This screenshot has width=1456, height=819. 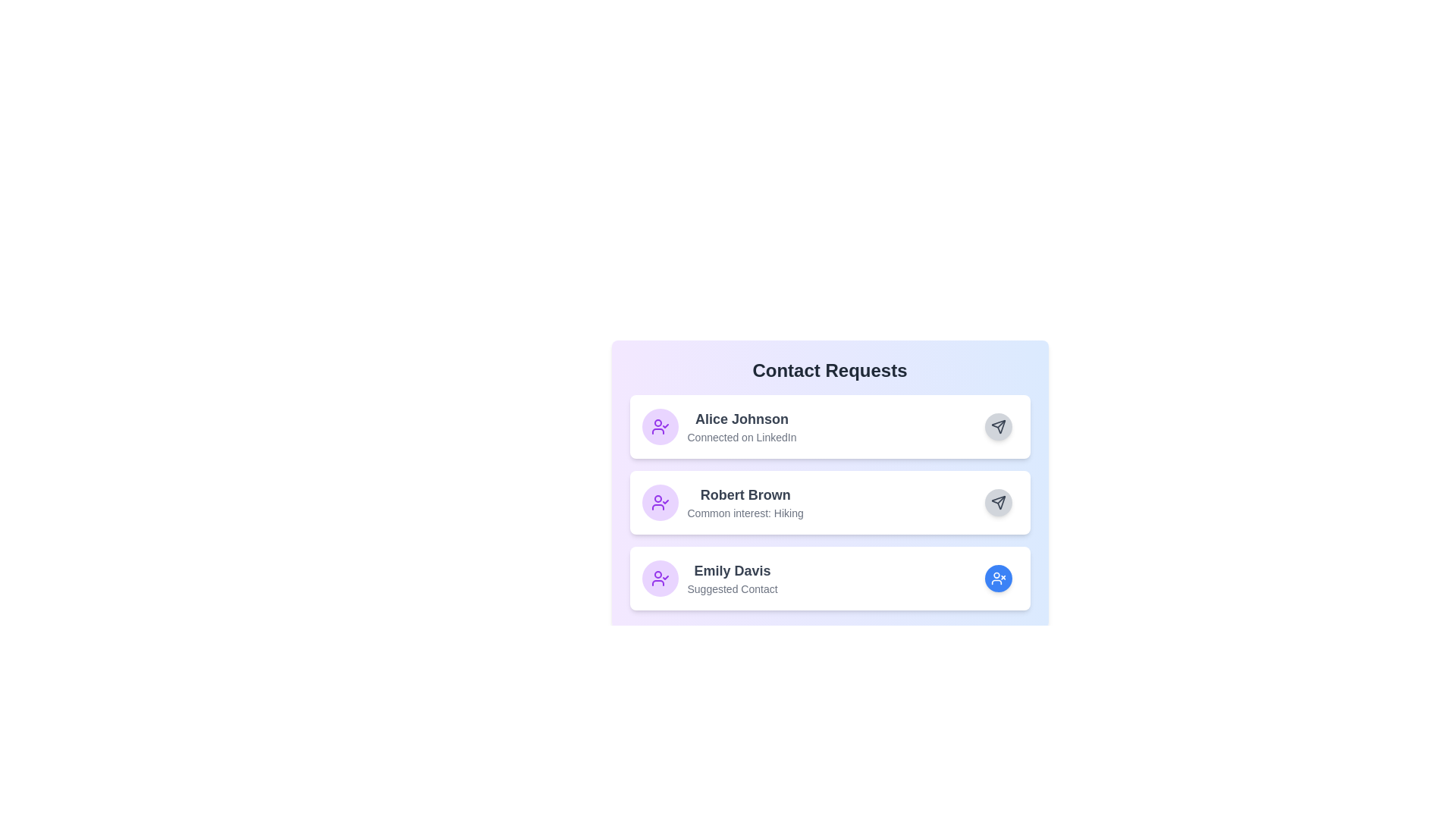 What do you see at coordinates (998, 579) in the screenshot?
I see `the 'Revoke' button for 'Emily Davis'` at bounding box center [998, 579].